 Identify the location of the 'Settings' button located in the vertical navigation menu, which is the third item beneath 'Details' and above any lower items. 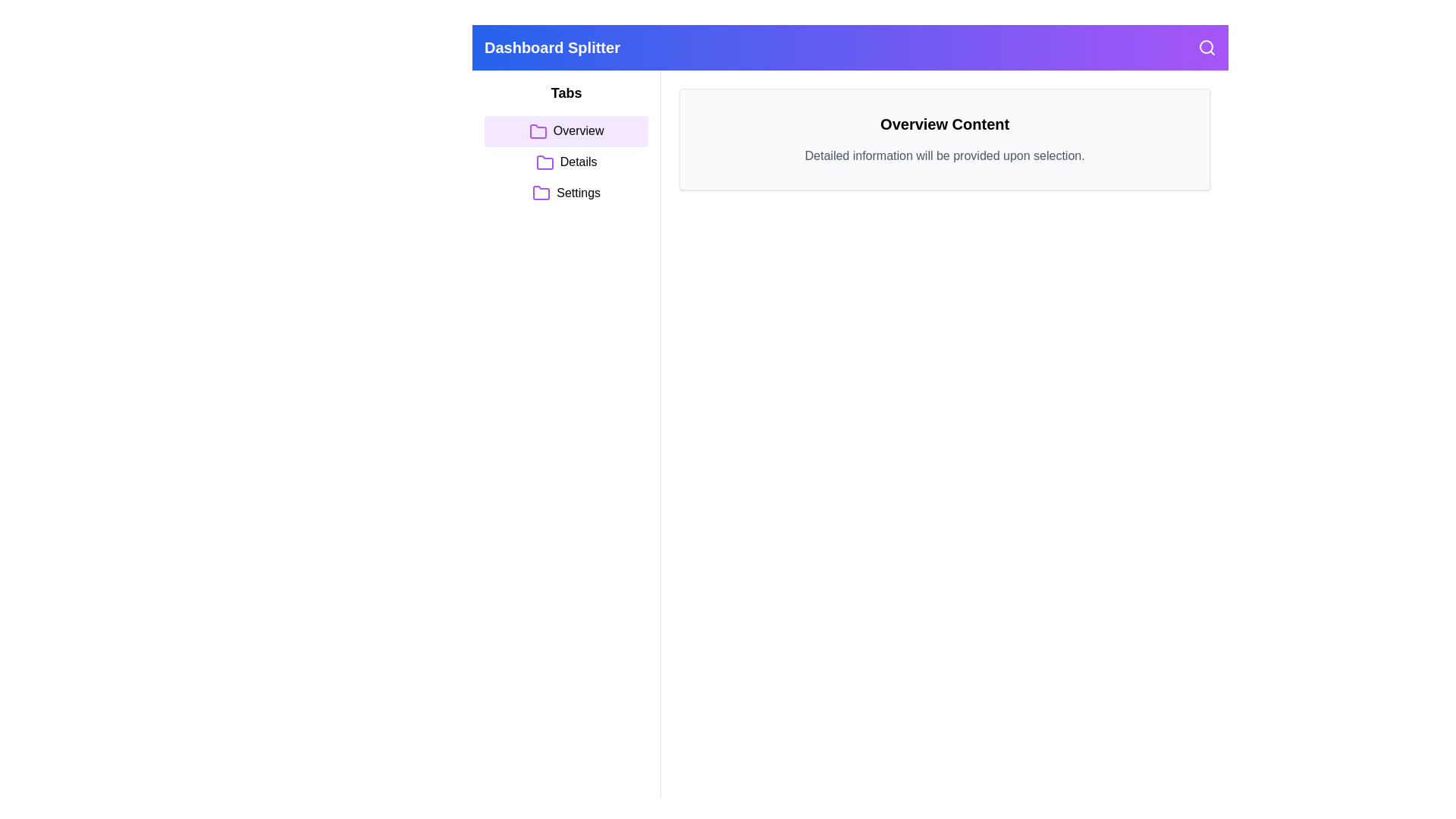
(566, 192).